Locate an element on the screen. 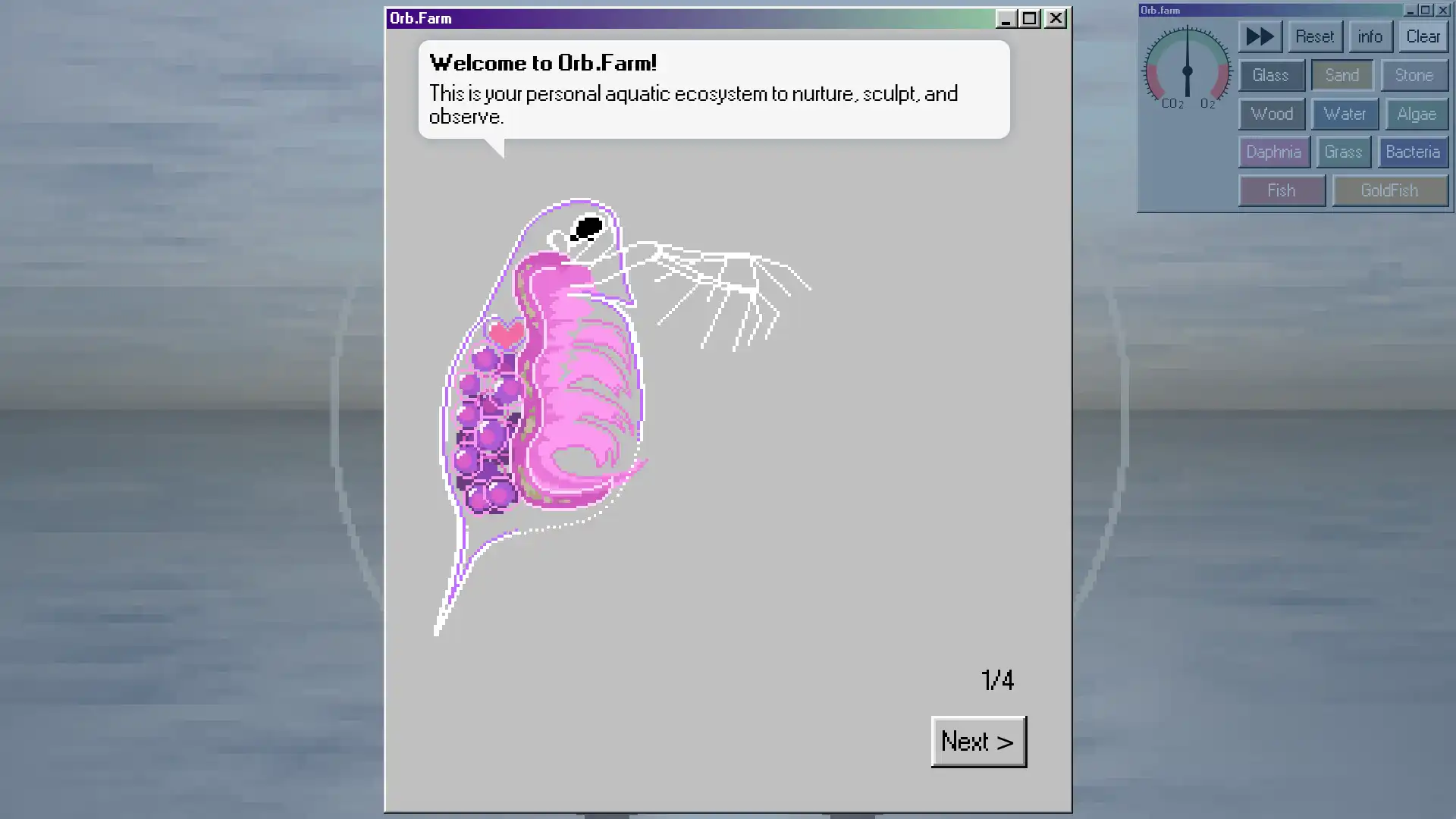 Image resolution: width=1456 pixels, height=819 pixels. Daphnia is located at coordinates (679, 80).